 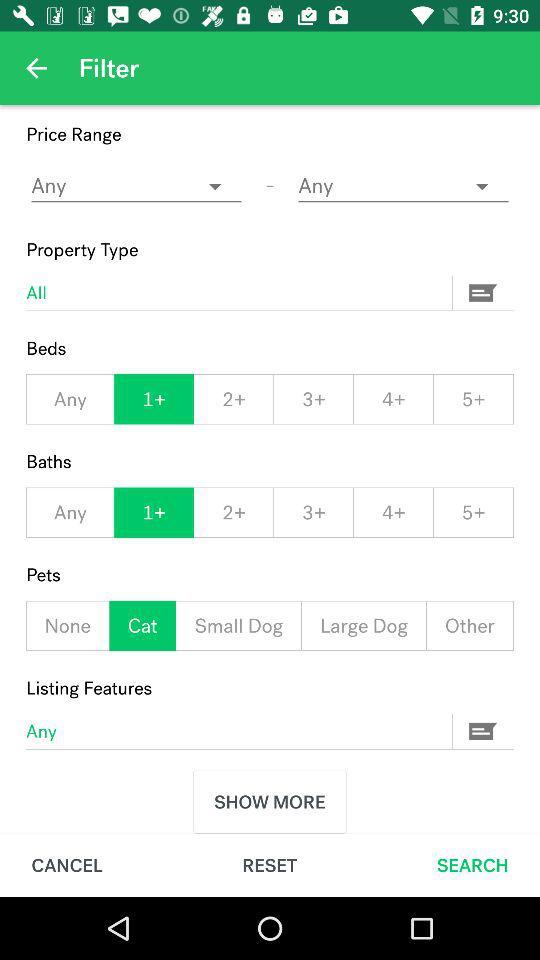 I want to click on the option on the right next to the first option 2 on the web page, so click(x=314, y=398).